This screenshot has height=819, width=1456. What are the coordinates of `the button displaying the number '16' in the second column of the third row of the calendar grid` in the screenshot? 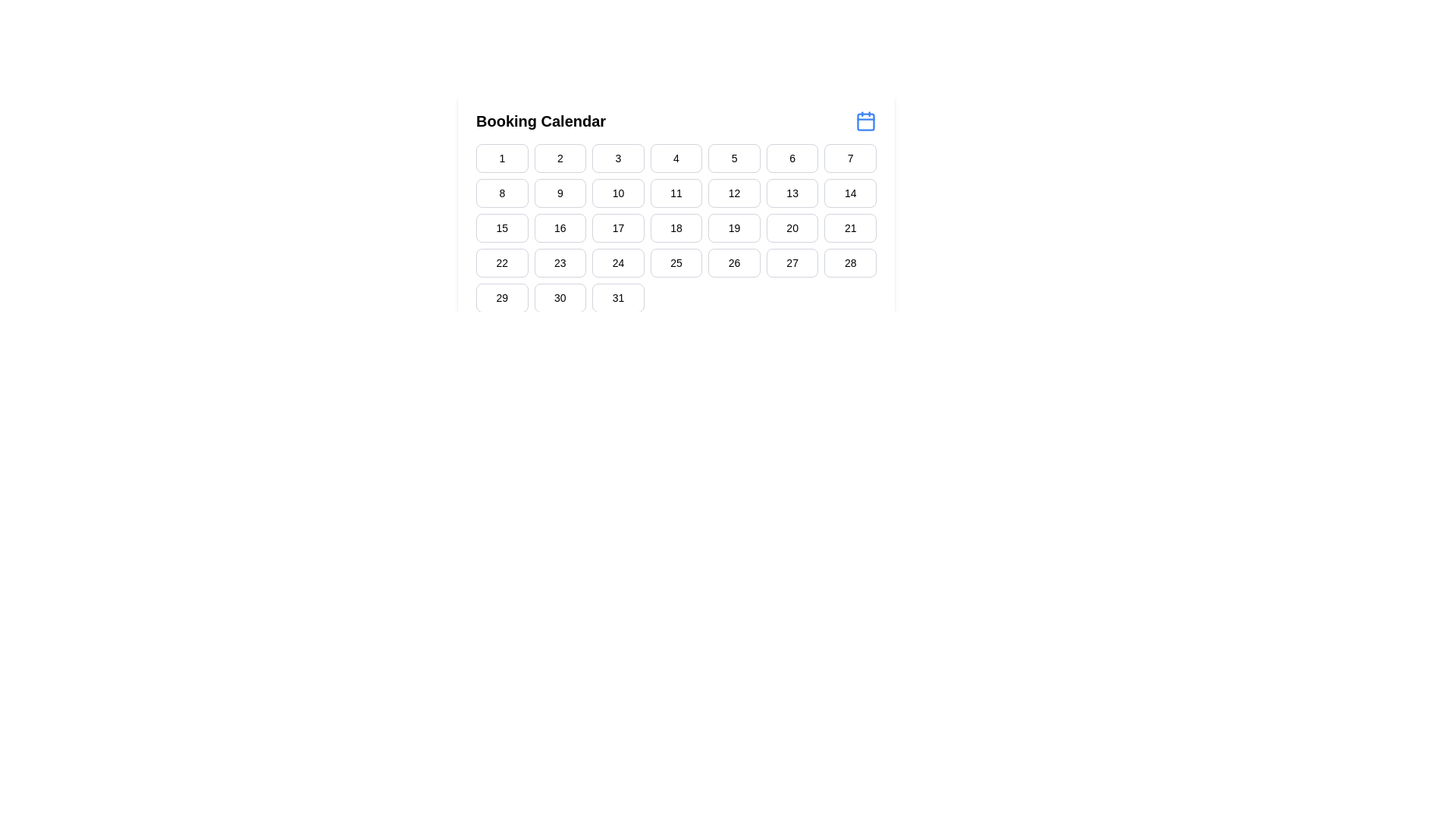 It's located at (559, 227).